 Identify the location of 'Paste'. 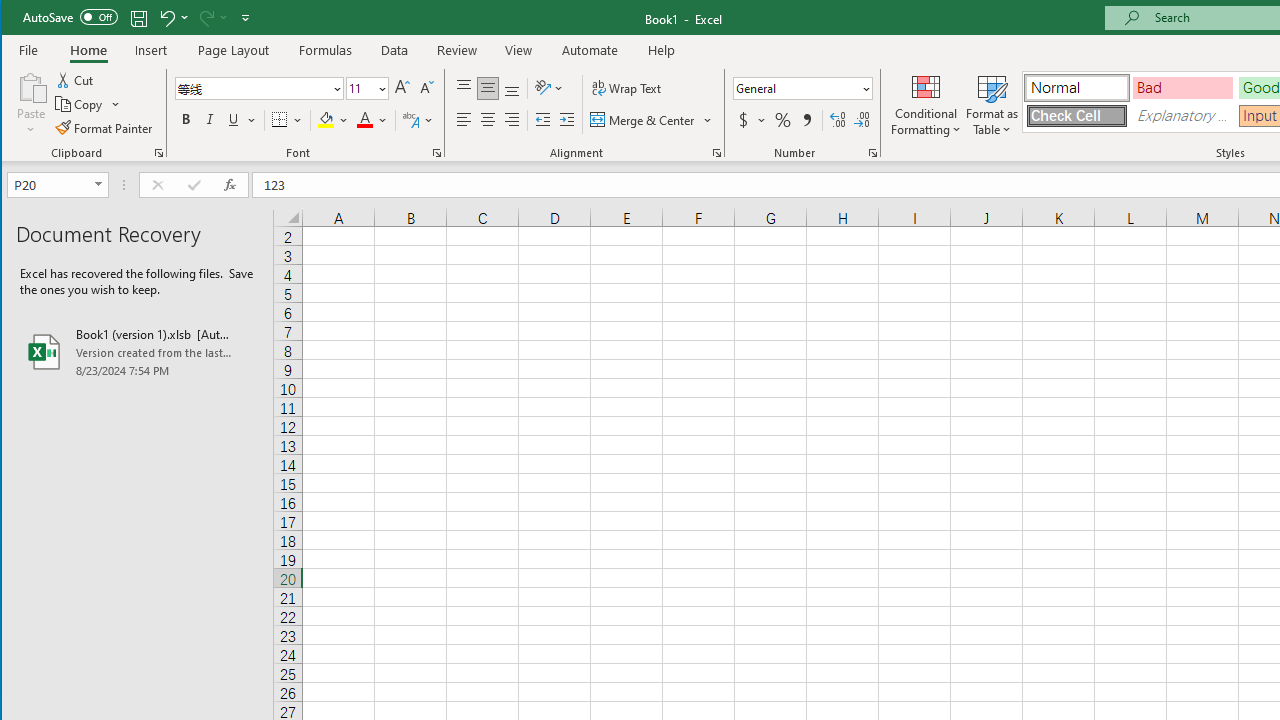
(31, 104).